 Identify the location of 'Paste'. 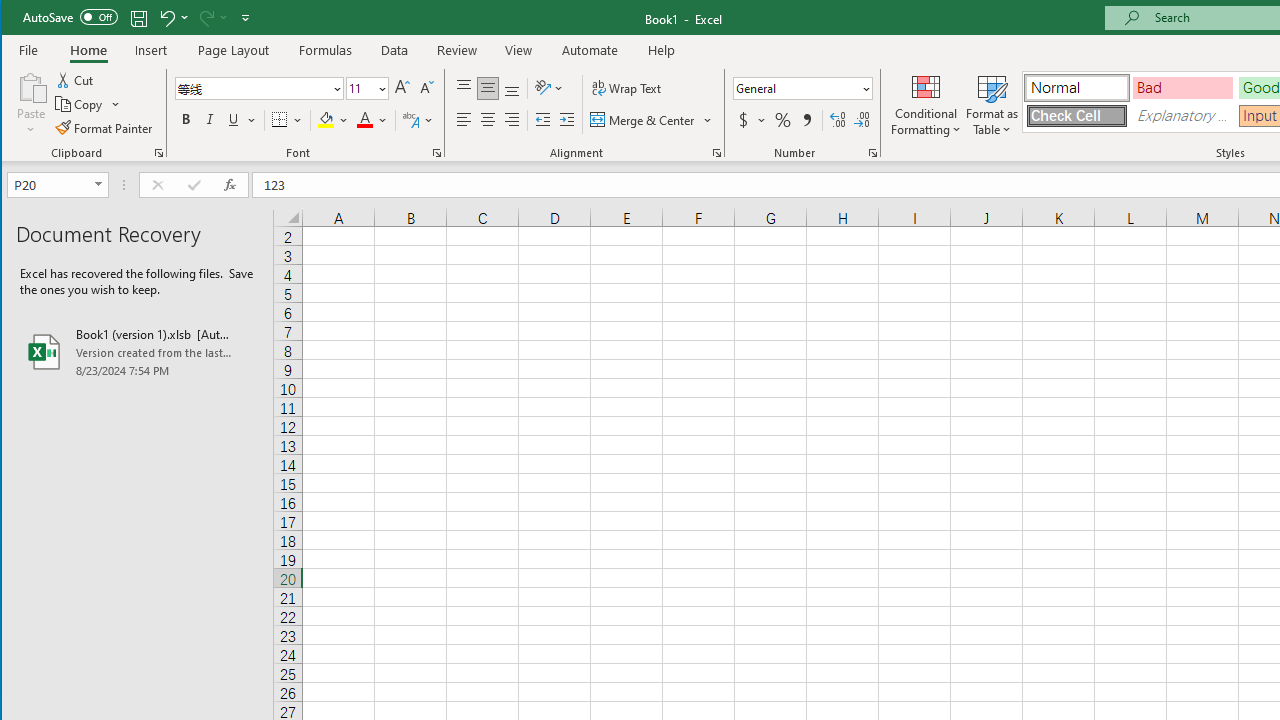
(31, 104).